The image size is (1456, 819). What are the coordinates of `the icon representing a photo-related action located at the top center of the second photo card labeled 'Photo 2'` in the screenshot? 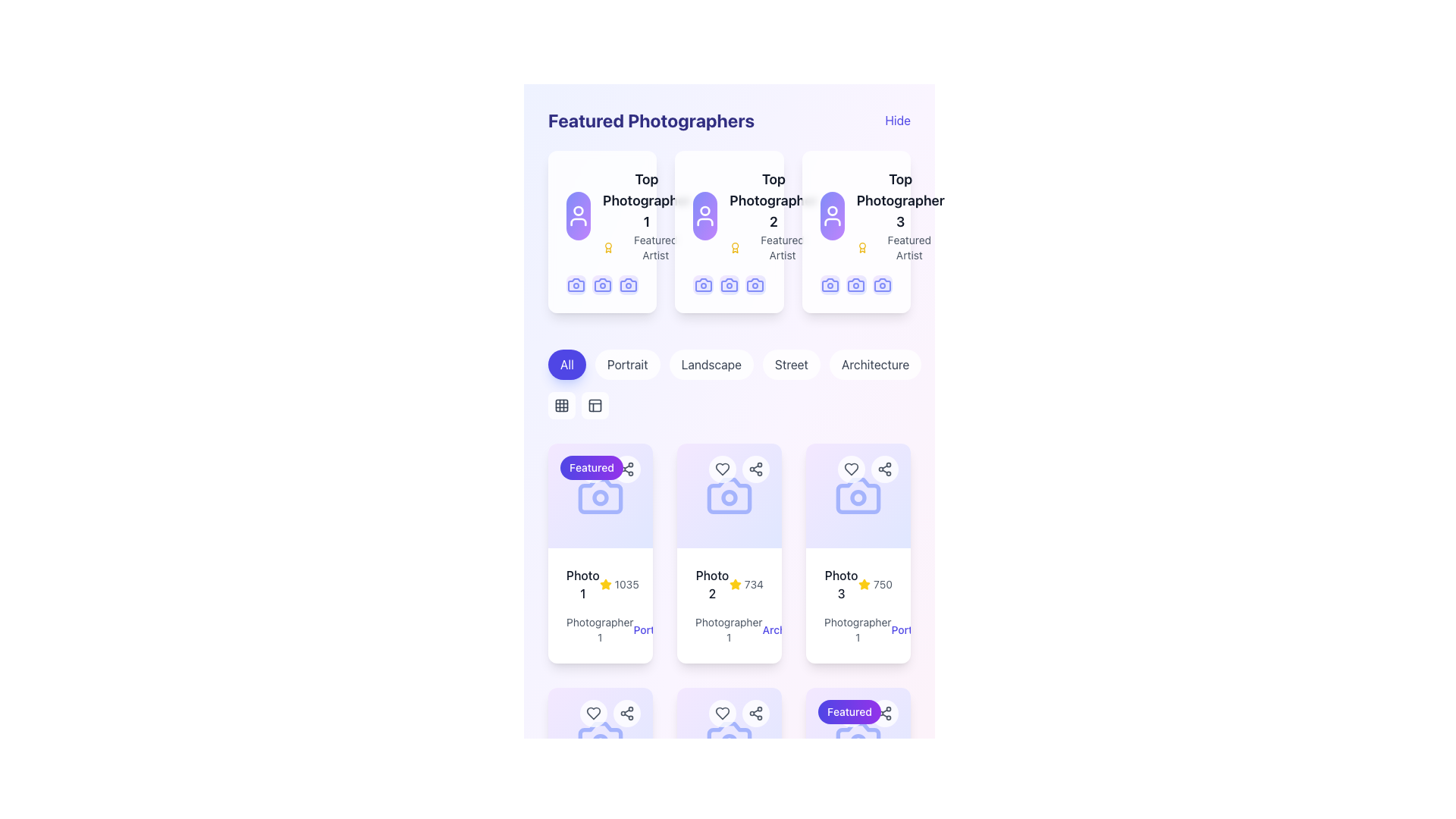 It's located at (729, 496).